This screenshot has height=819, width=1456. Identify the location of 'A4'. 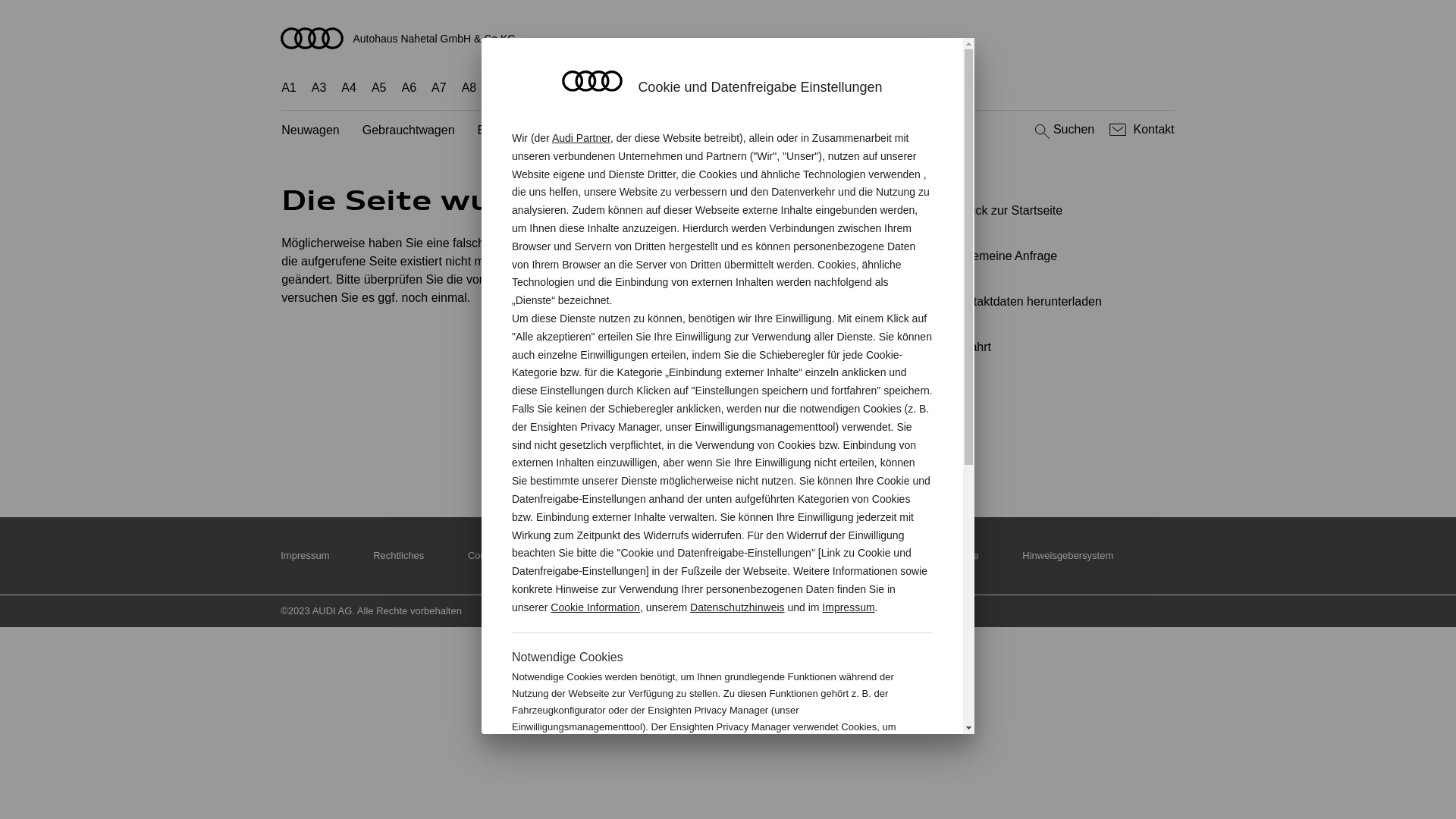
(340, 87).